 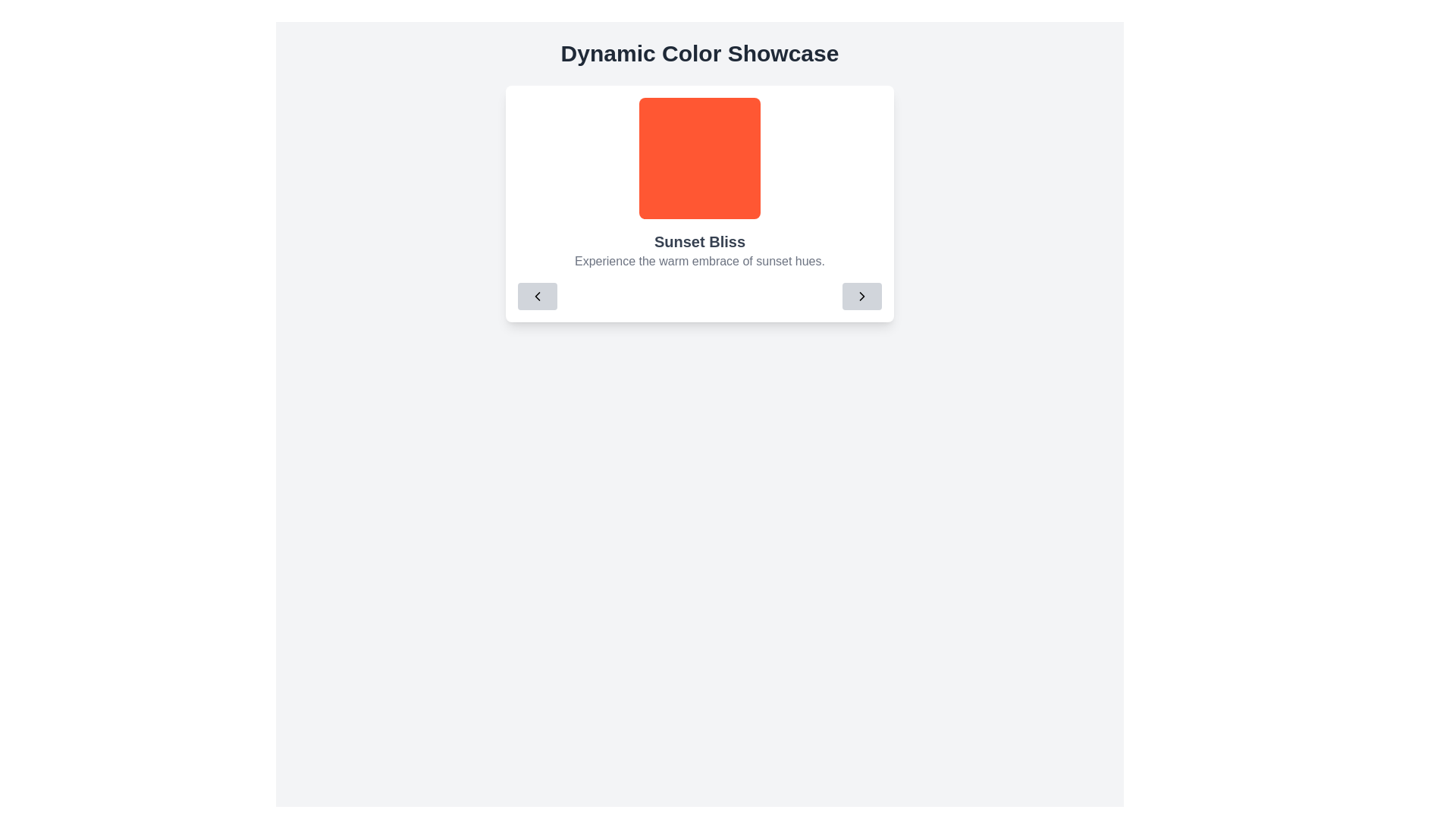 What do you see at coordinates (538, 296) in the screenshot?
I see `the leftward navigation indicator within the square button-like component located on the left side of the card` at bounding box center [538, 296].